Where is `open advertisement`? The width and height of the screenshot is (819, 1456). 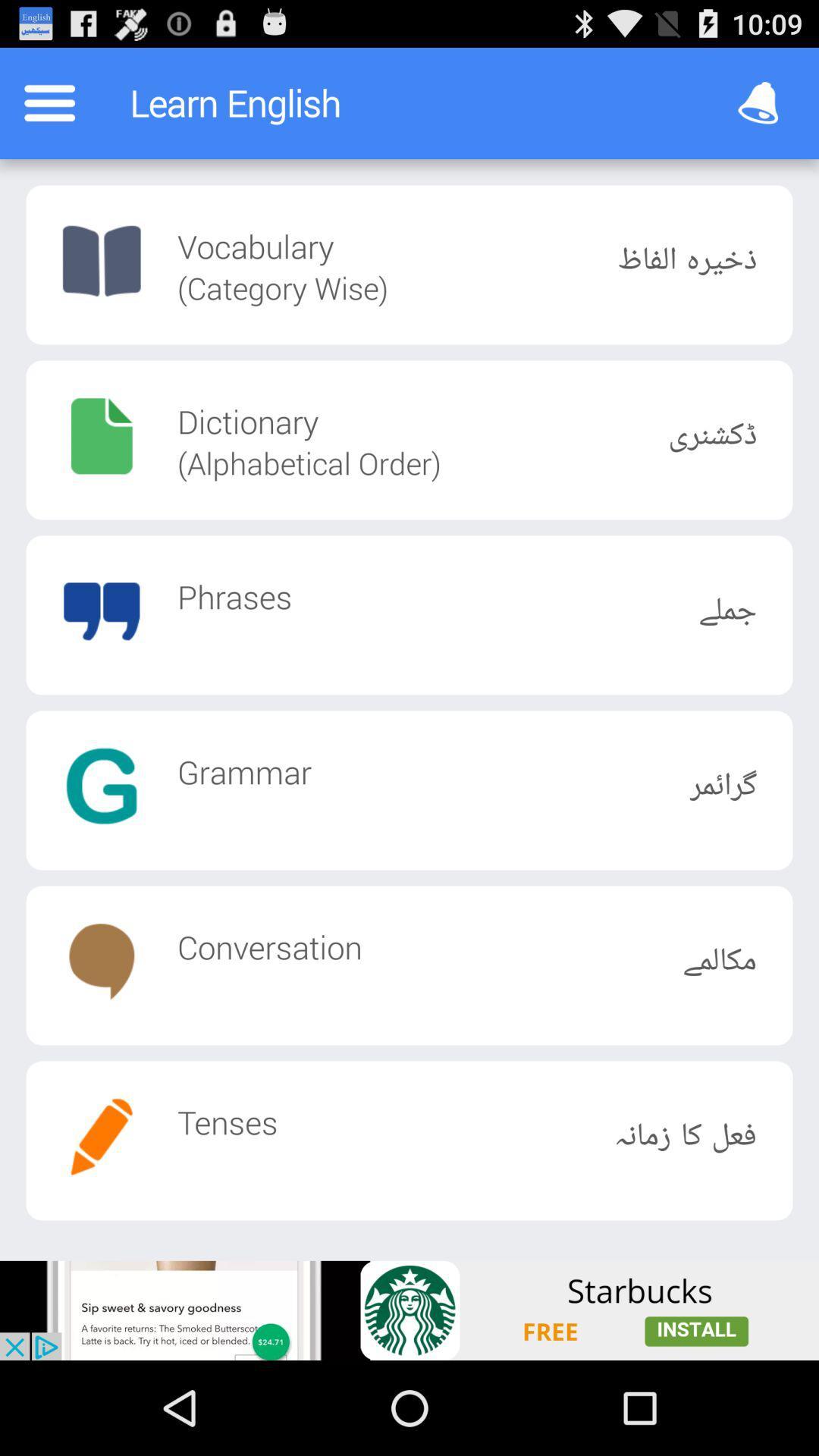 open advertisement is located at coordinates (409, 1310).